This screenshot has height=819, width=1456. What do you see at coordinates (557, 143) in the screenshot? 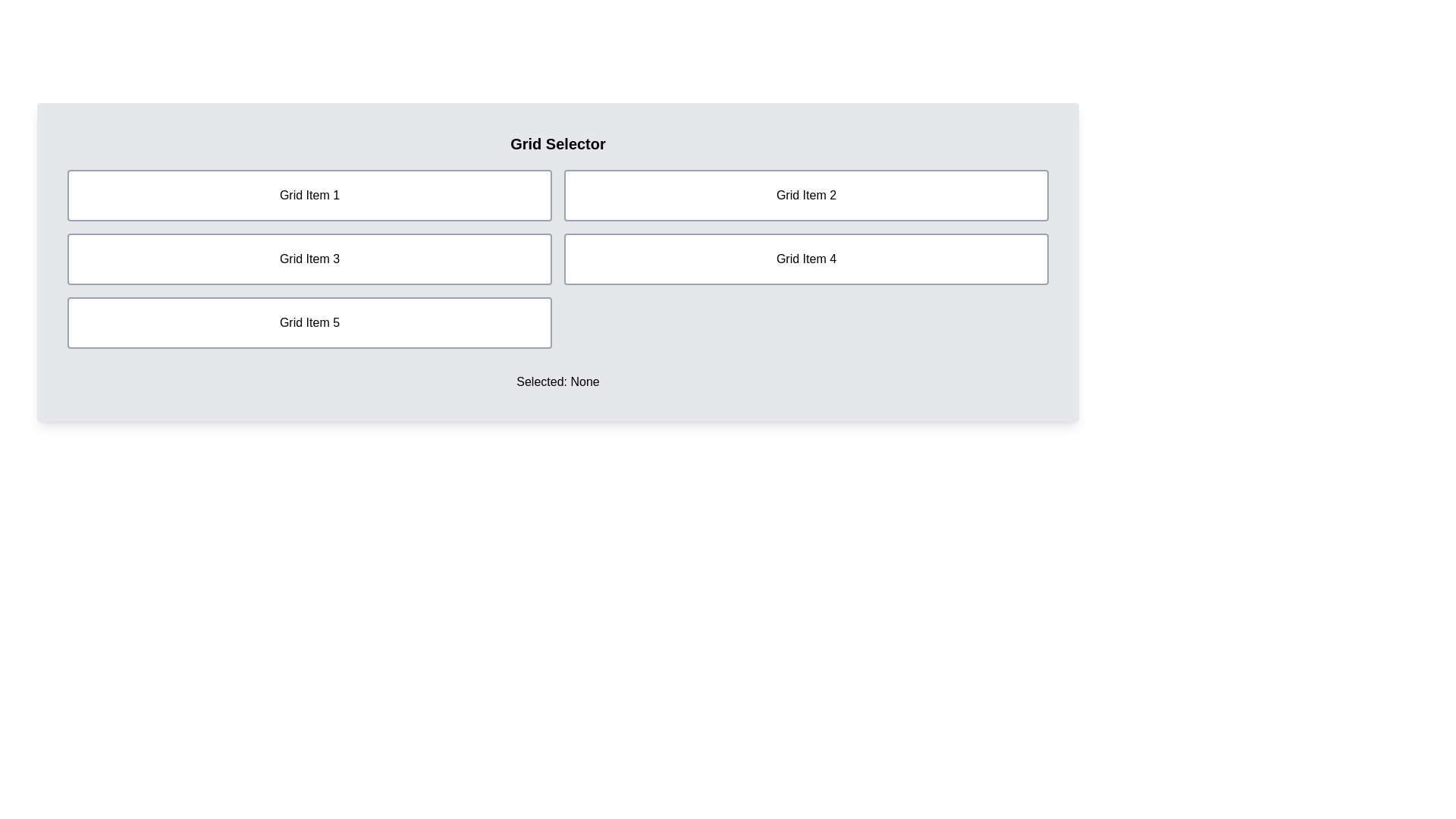
I see `the bold, large font text component displaying 'Grid Selector' located at the top of the light gray background panel` at bounding box center [557, 143].